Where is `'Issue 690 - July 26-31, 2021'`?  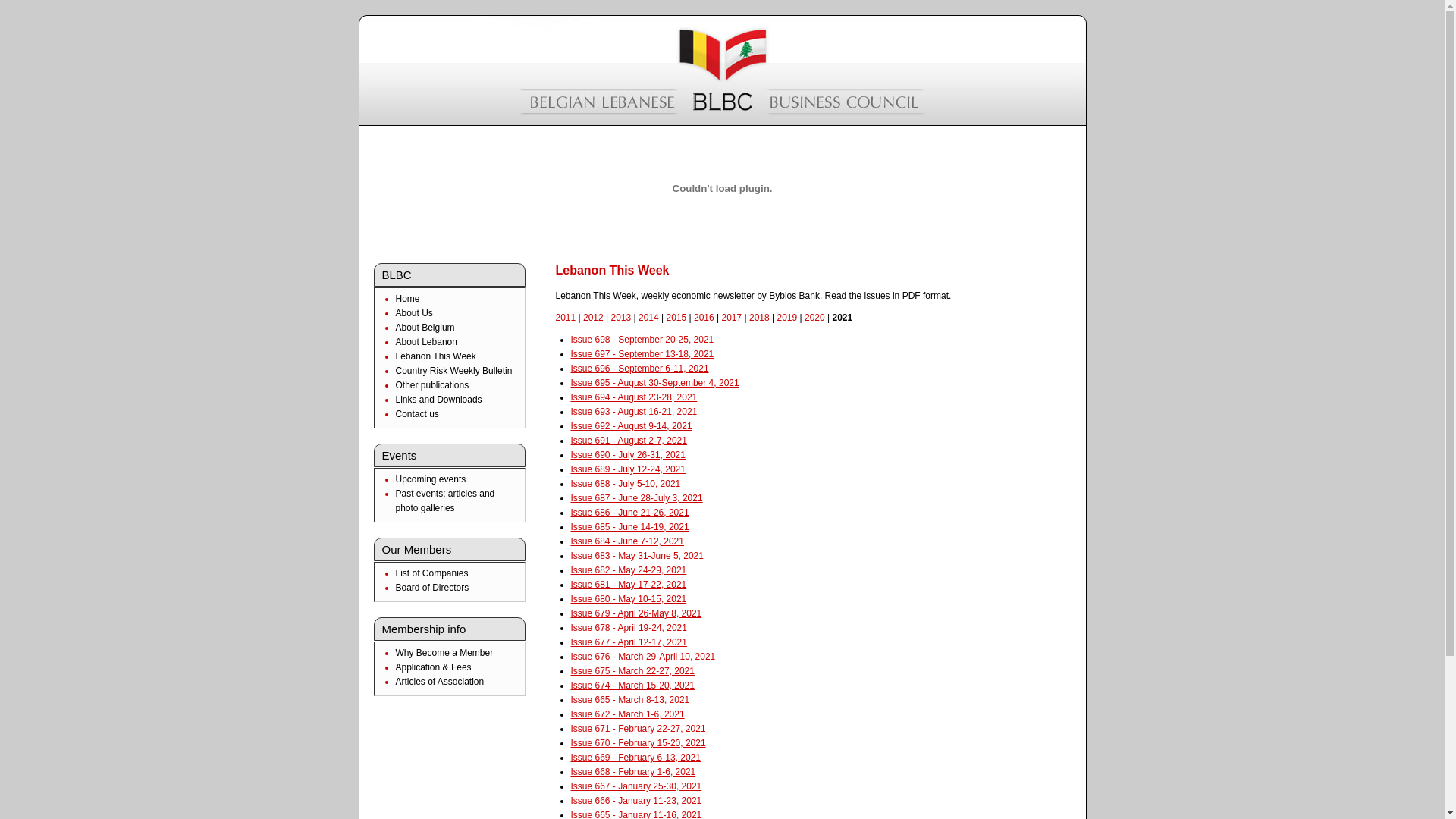
'Issue 690 - July 26-31, 2021' is located at coordinates (570, 454).